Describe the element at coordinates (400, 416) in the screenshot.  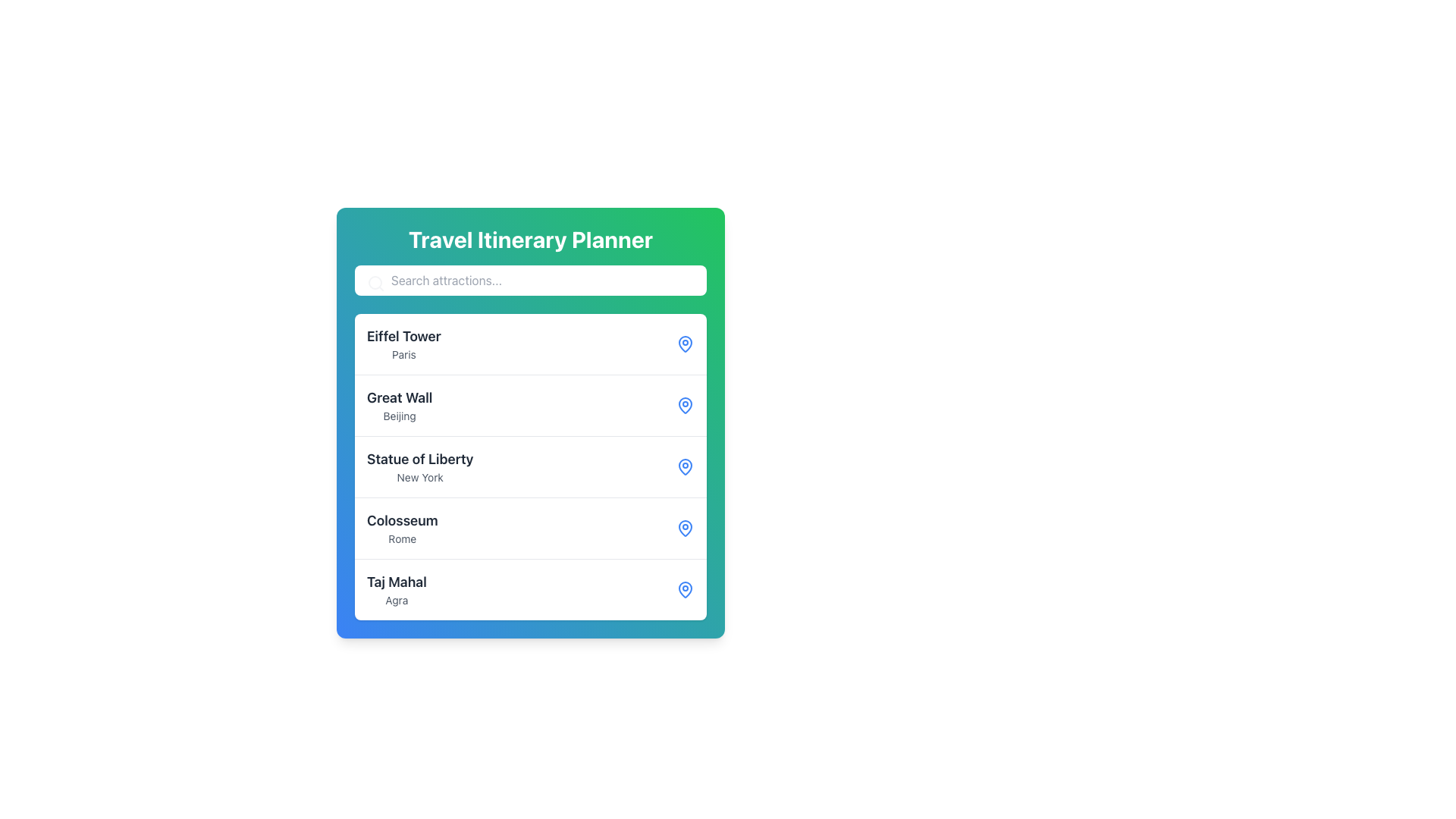
I see `the text label displaying 'Beijing', which is styled in gray and located below 'Great Wall' in the list of attractions` at that location.